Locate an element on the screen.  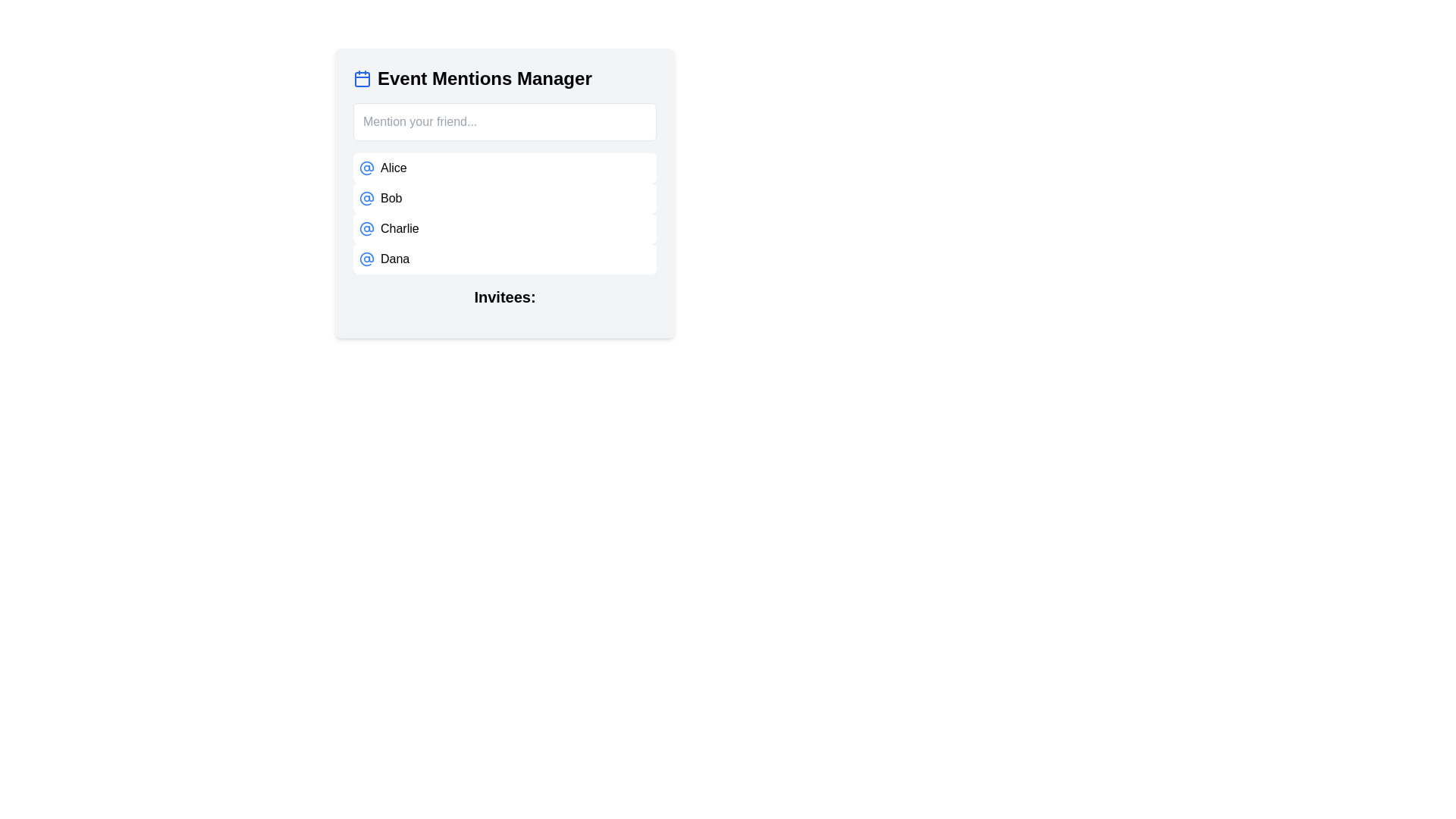
the first selectable item is located at coordinates (505, 168).